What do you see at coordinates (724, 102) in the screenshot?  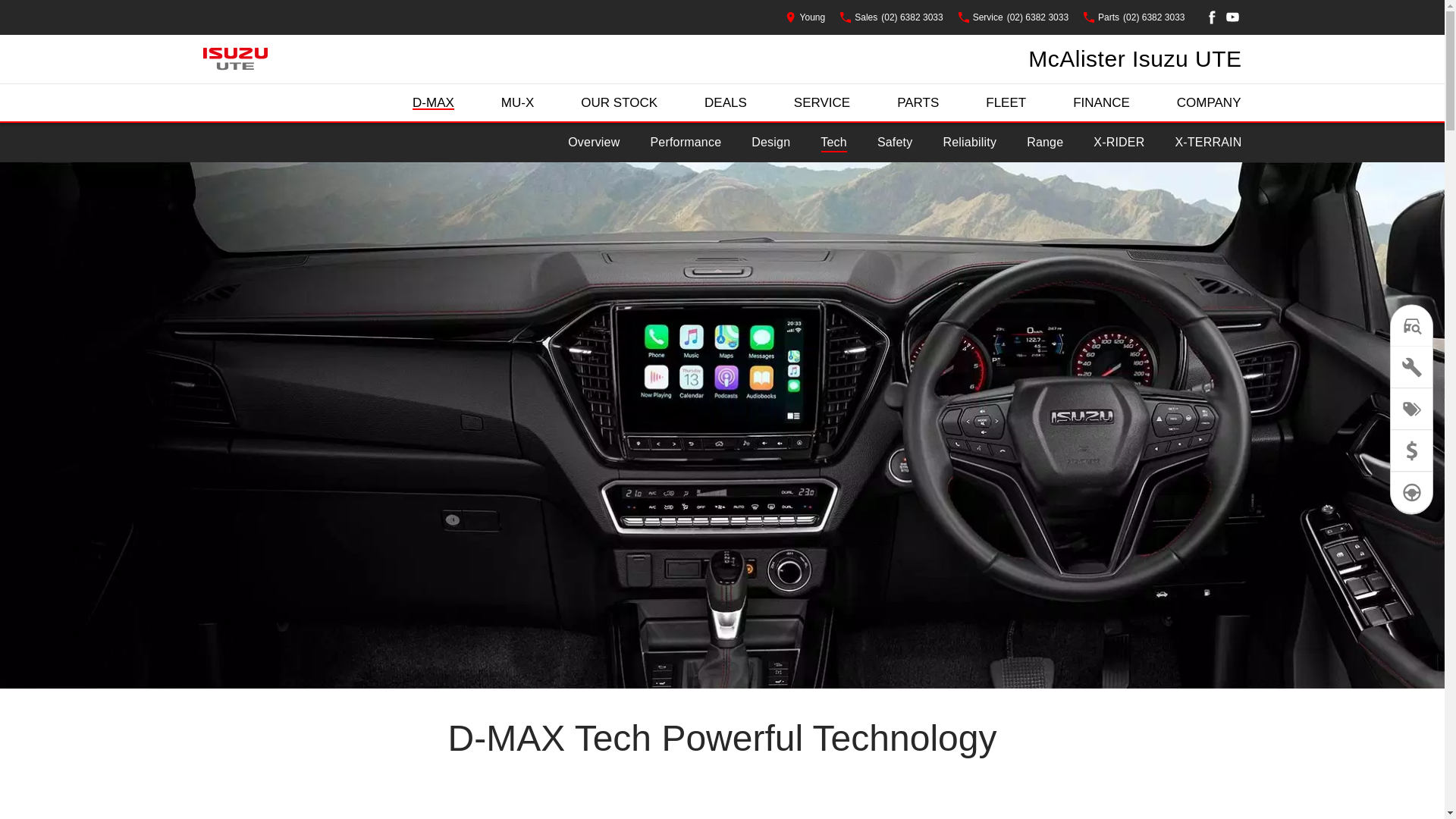 I see `'DEALS'` at bounding box center [724, 102].